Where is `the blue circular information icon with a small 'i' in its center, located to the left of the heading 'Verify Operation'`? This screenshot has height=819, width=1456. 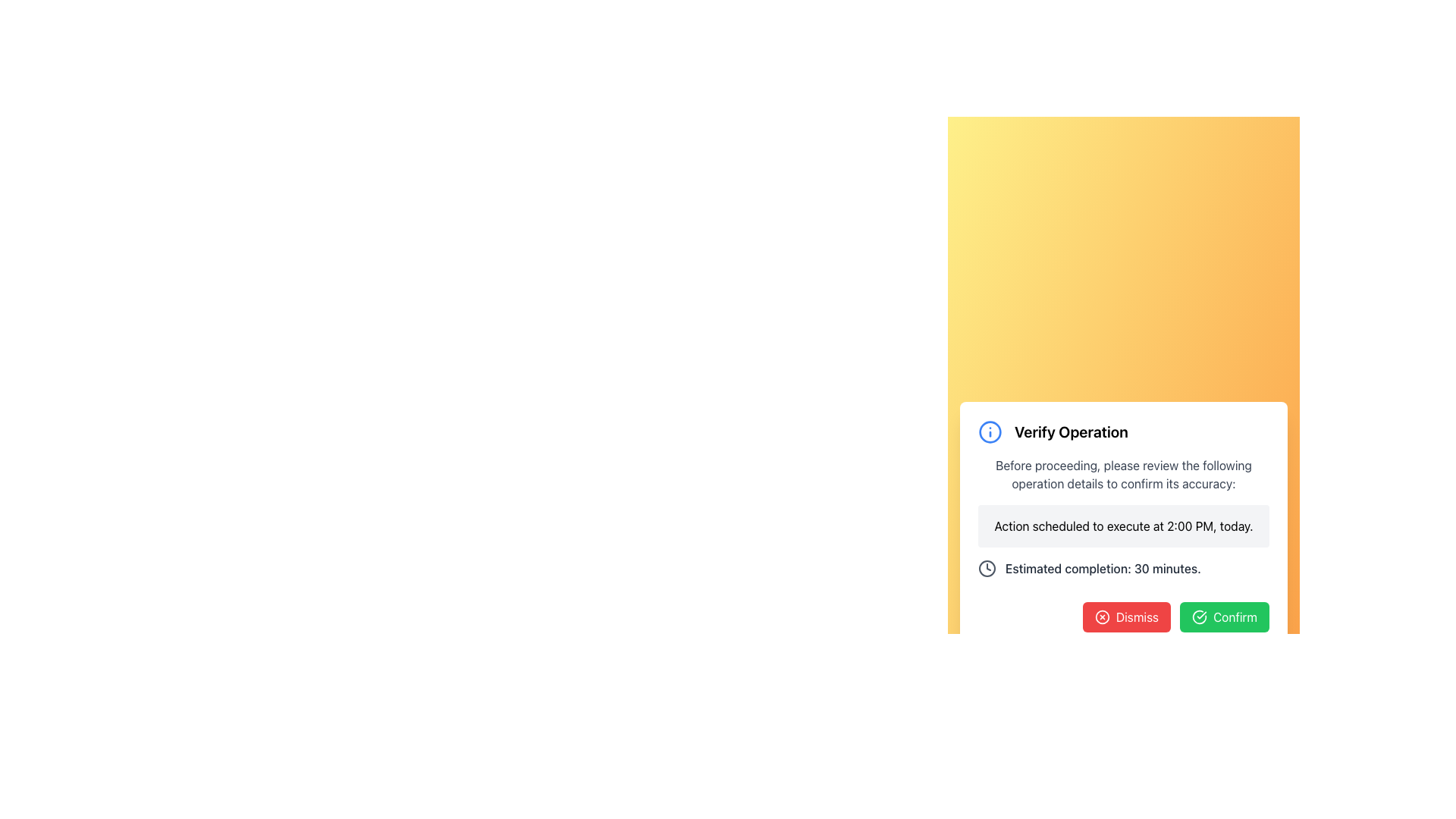 the blue circular information icon with a small 'i' in its center, located to the left of the heading 'Verify Operation' is located at coordinates (990, 432).